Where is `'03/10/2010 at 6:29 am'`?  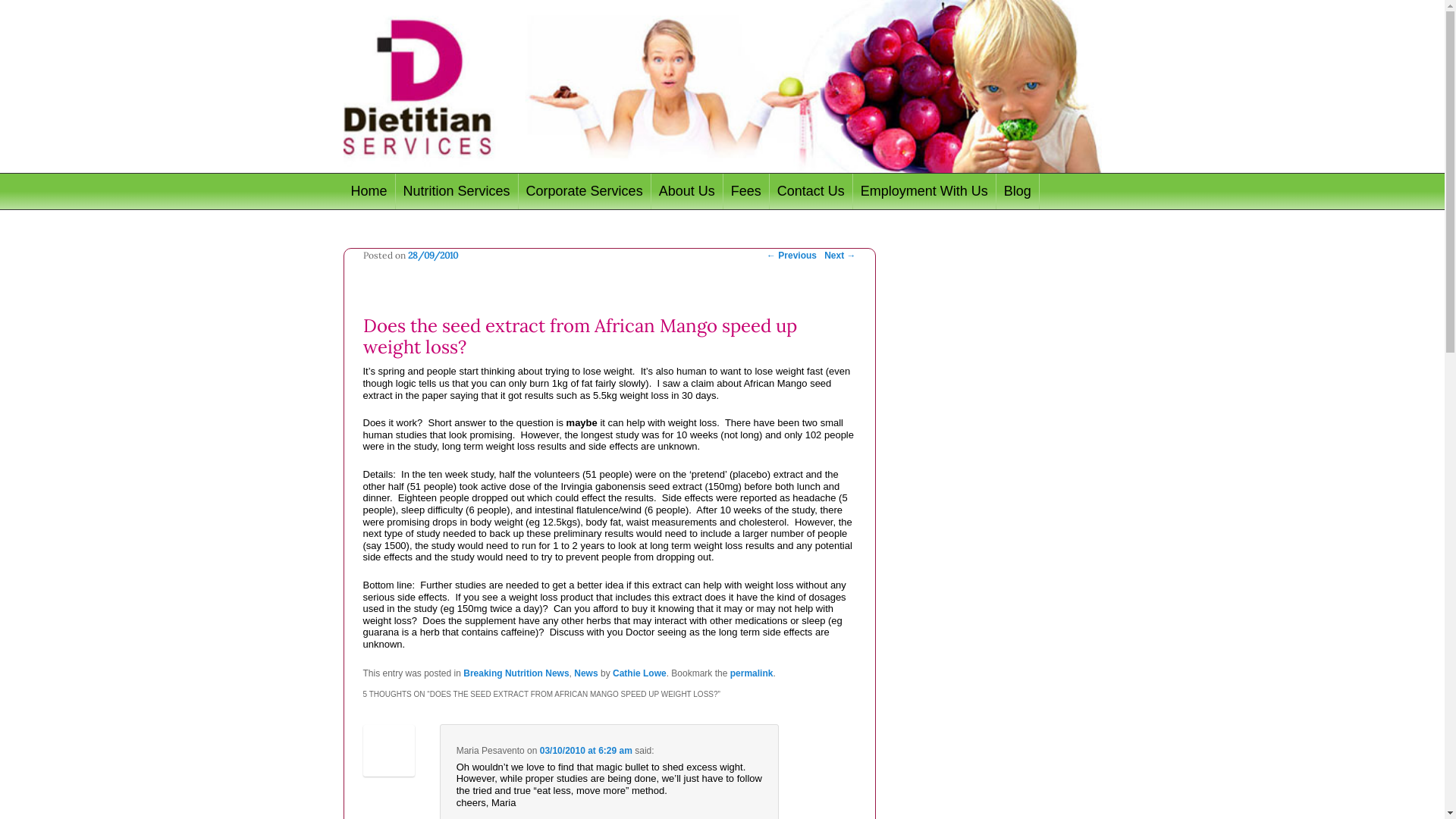
'03/10/2010 at 6:29 am' is located at coordinates (585, 751).